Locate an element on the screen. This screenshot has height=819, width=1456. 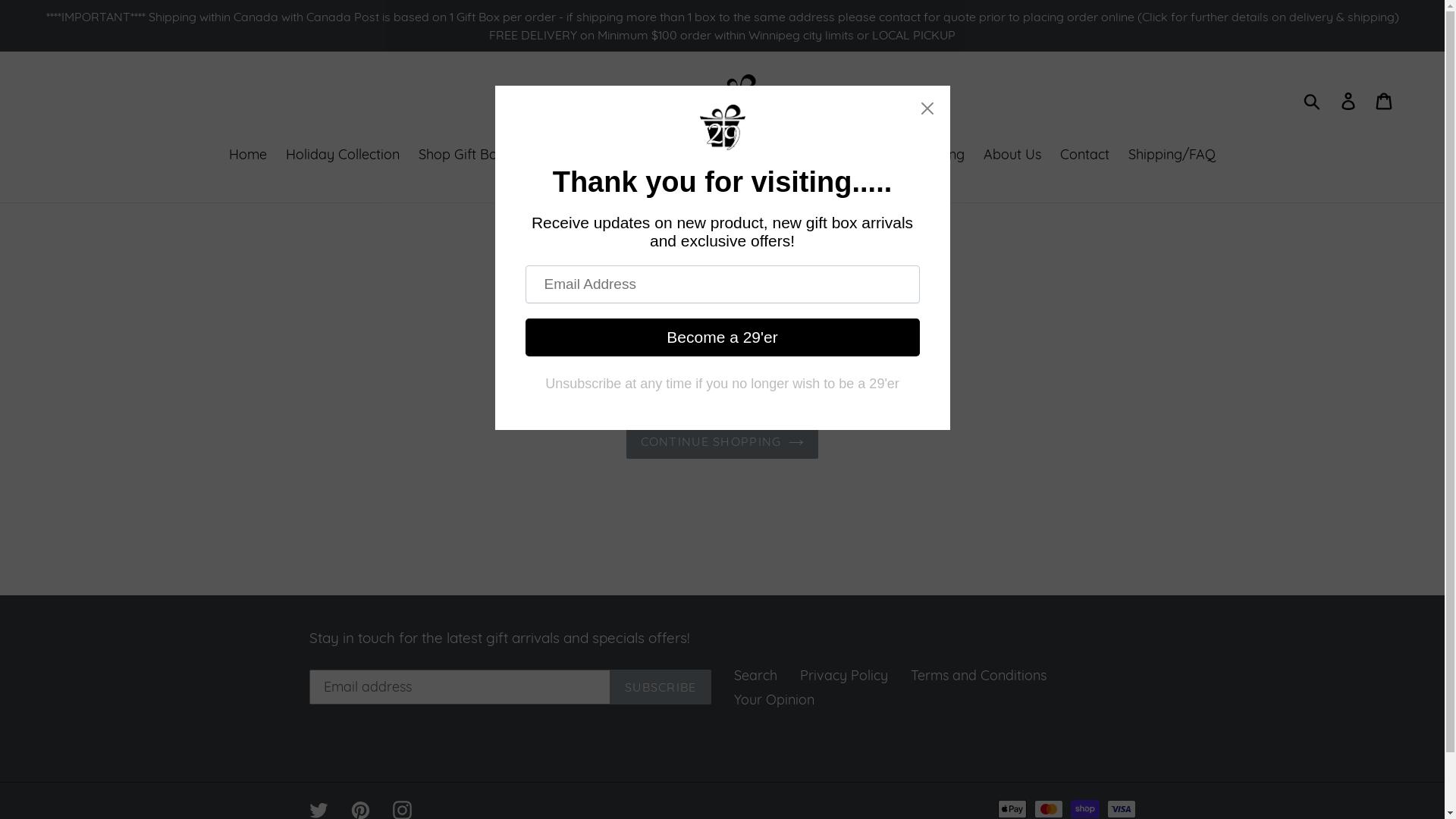
'Submit' is located at coordinates (1312, 99).